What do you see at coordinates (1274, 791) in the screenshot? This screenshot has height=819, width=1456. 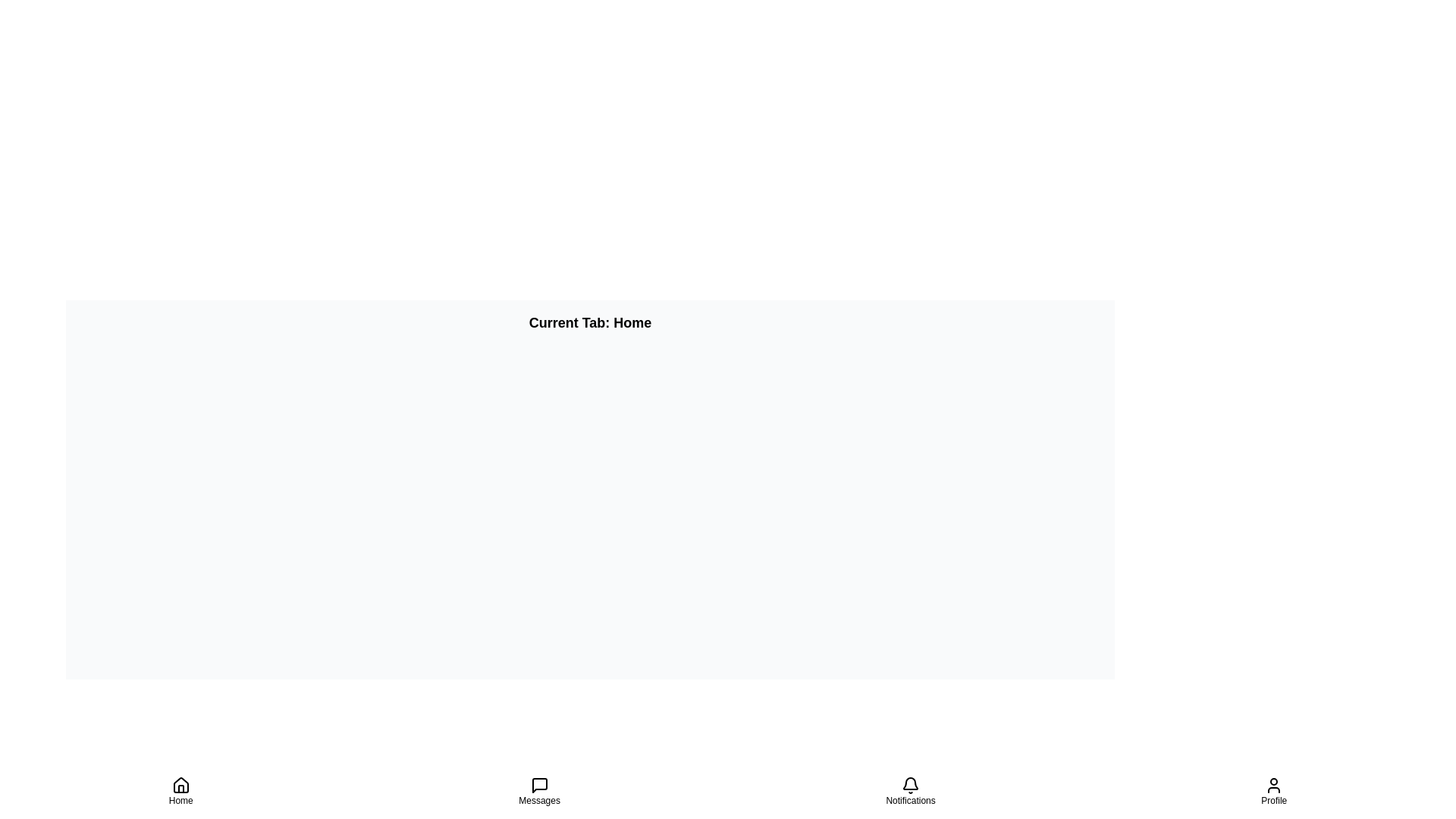 I see `the 'Profile' button located at the bottom right of the navigation bar` at bounding box center [1274, 791].